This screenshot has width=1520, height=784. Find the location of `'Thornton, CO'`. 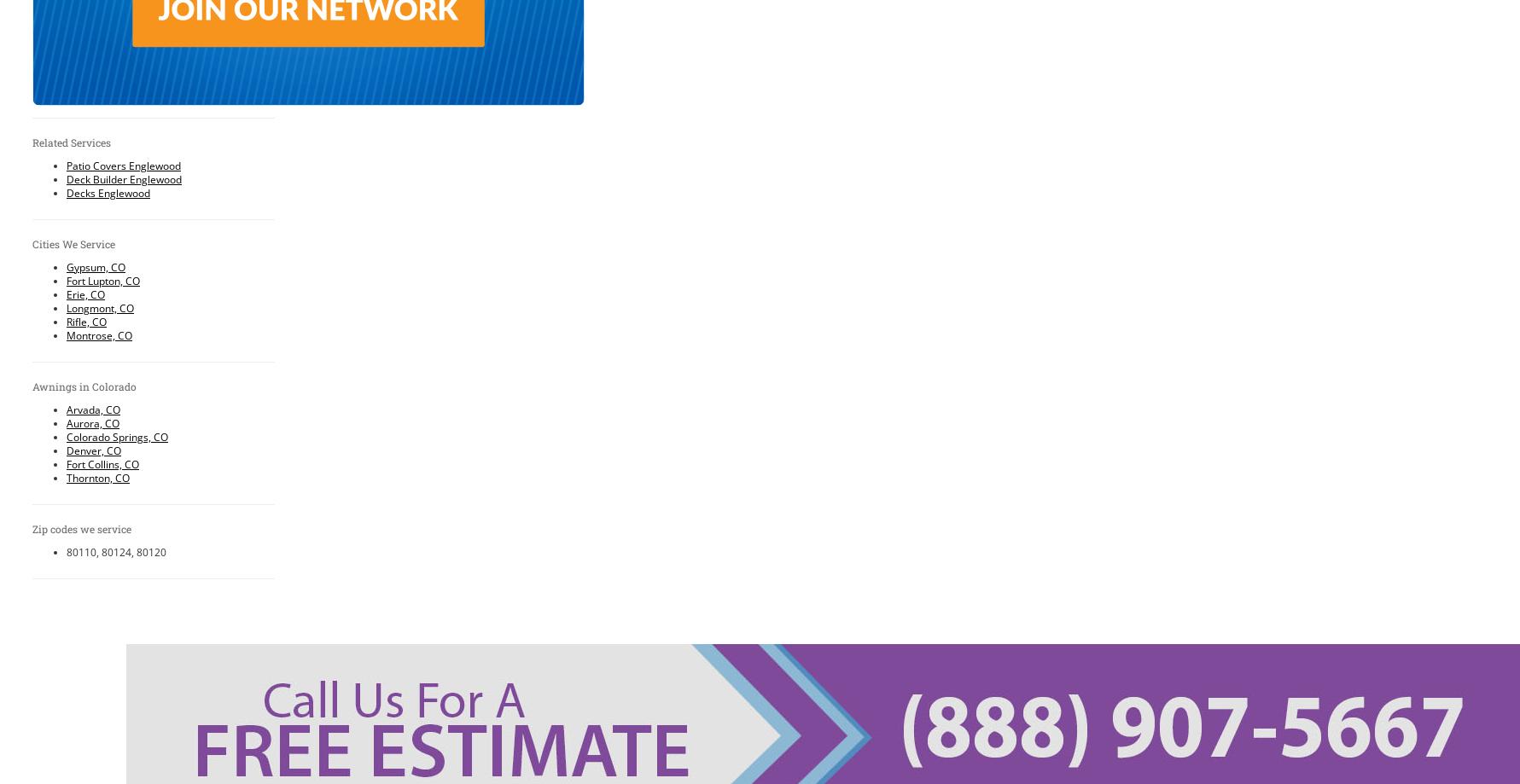

'Thornton, CO' is located at coordinates (97, 477).